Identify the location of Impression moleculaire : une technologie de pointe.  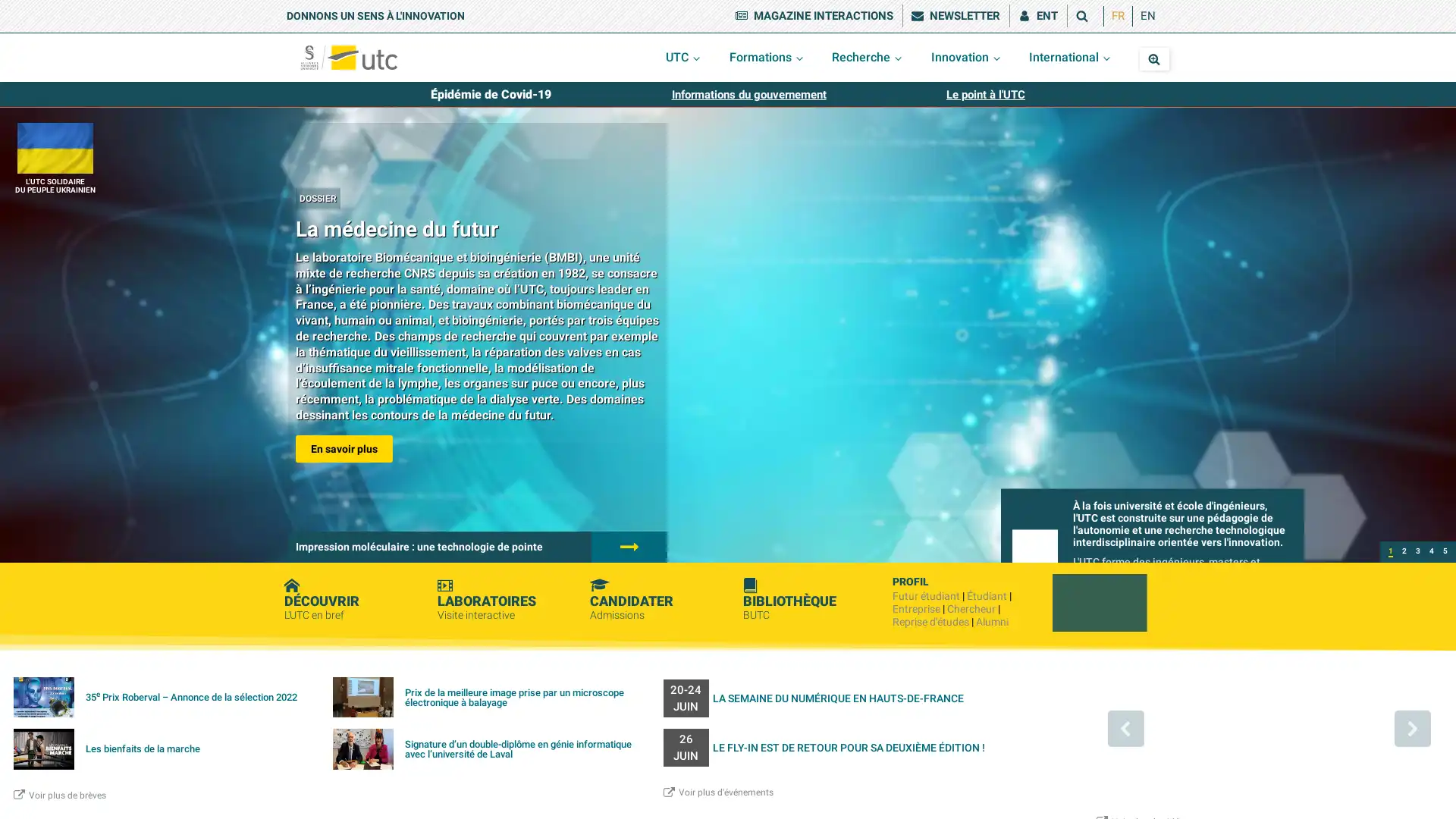
(1404, 552).